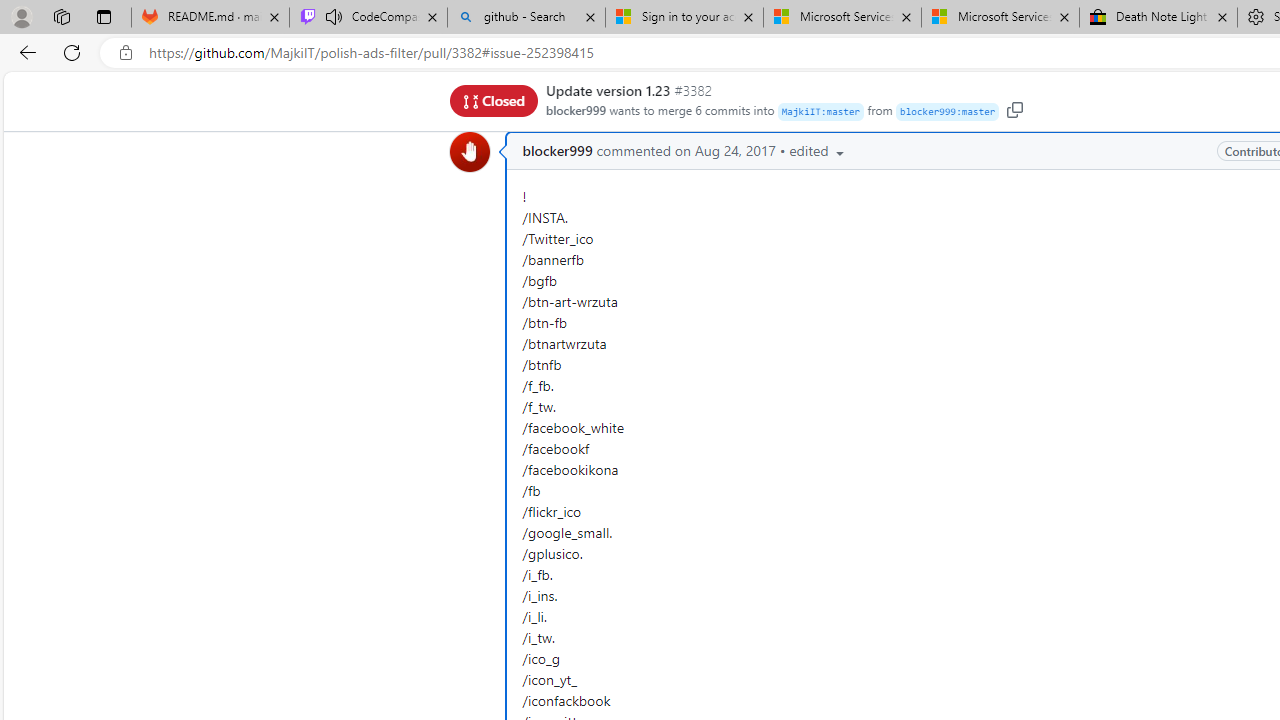  Describe the element at coordinates (946, 112) in the screenshot. I see `'blocker999 : master'` at that location.